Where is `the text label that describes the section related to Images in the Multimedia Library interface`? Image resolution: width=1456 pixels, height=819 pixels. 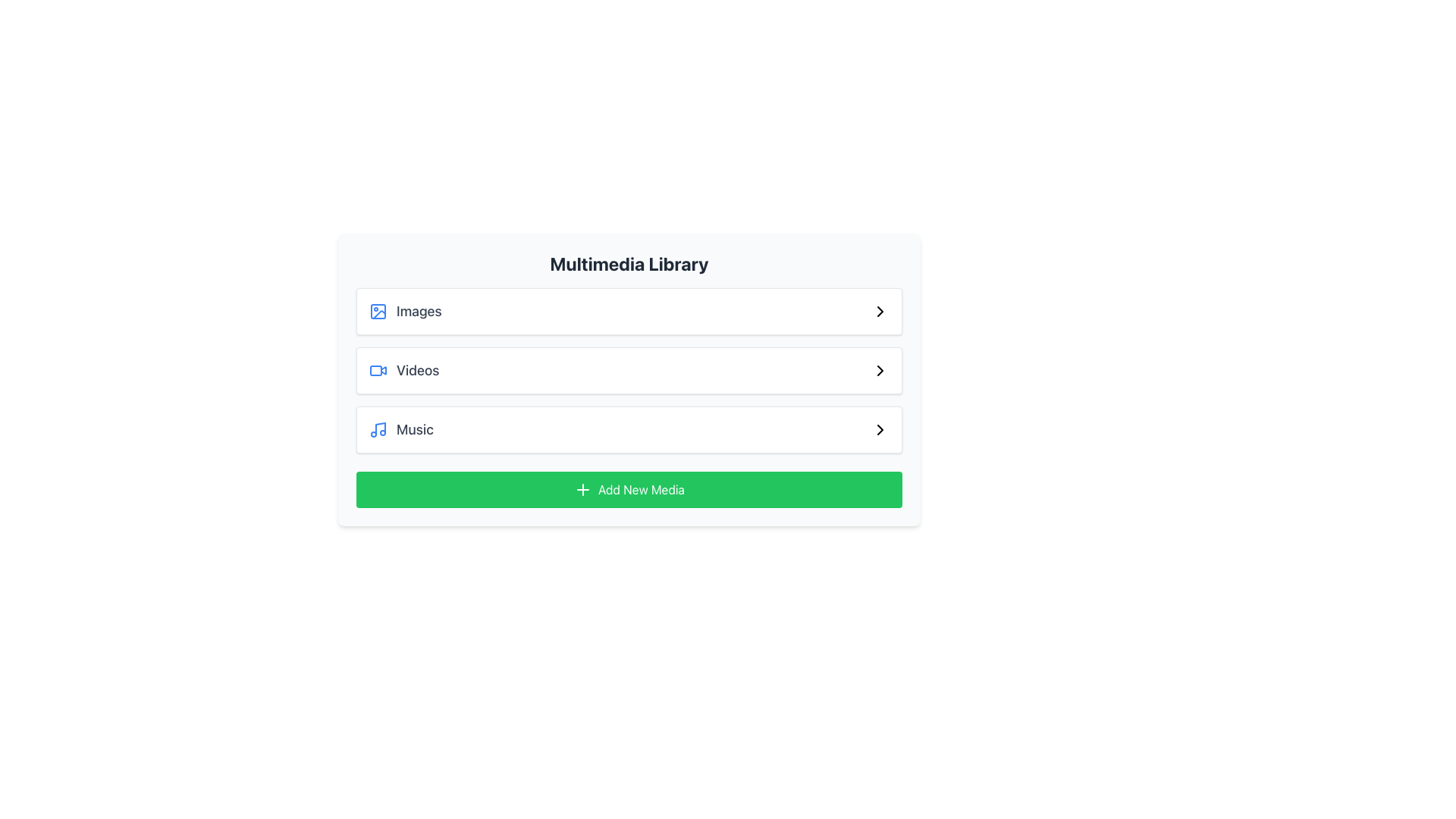 the text label that describes the section related to Images in the Multimedia Library interface is located at coordinates (419, 311).